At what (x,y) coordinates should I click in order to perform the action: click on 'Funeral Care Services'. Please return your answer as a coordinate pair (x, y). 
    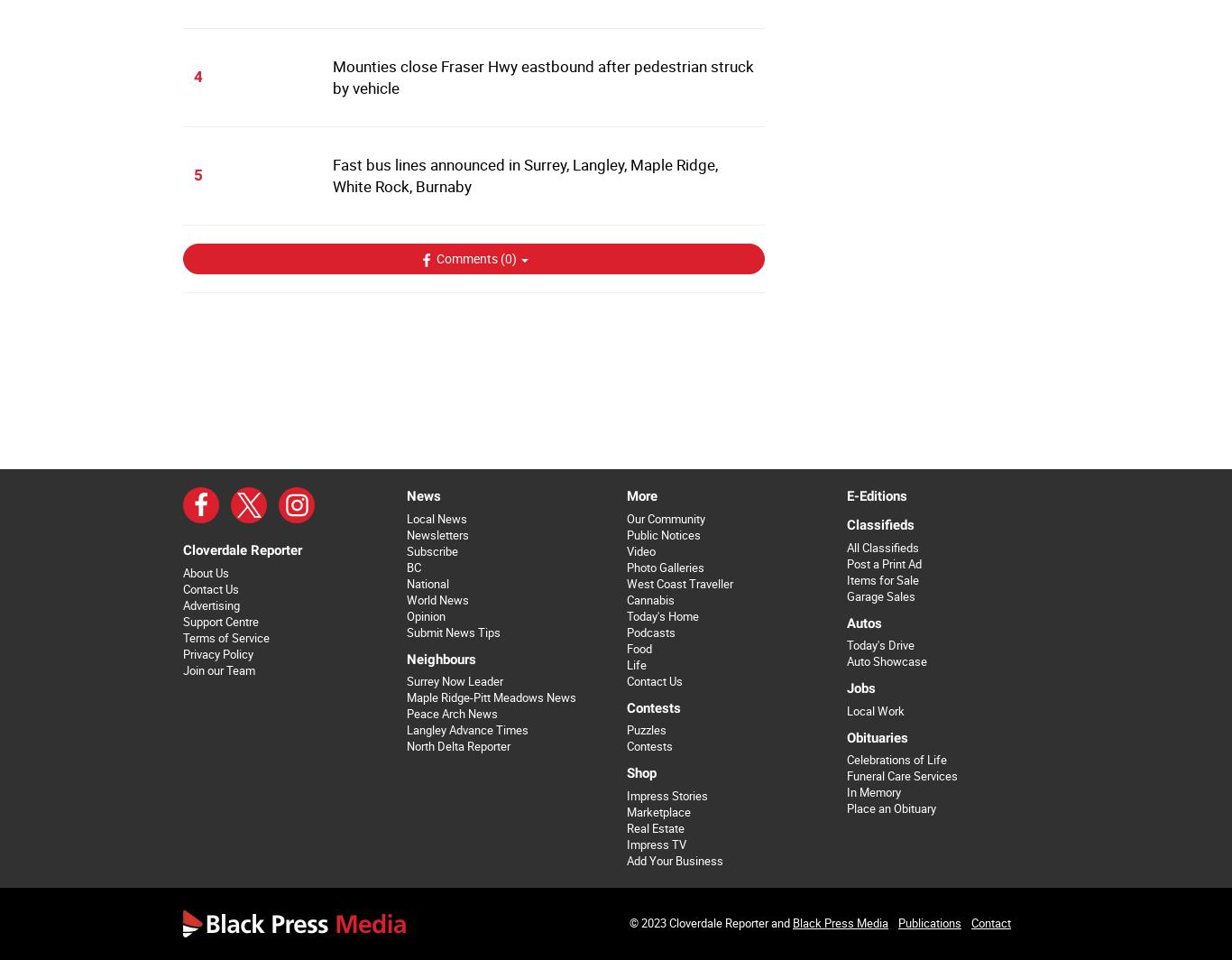
    Looking at the image, I should click on (846, 776).